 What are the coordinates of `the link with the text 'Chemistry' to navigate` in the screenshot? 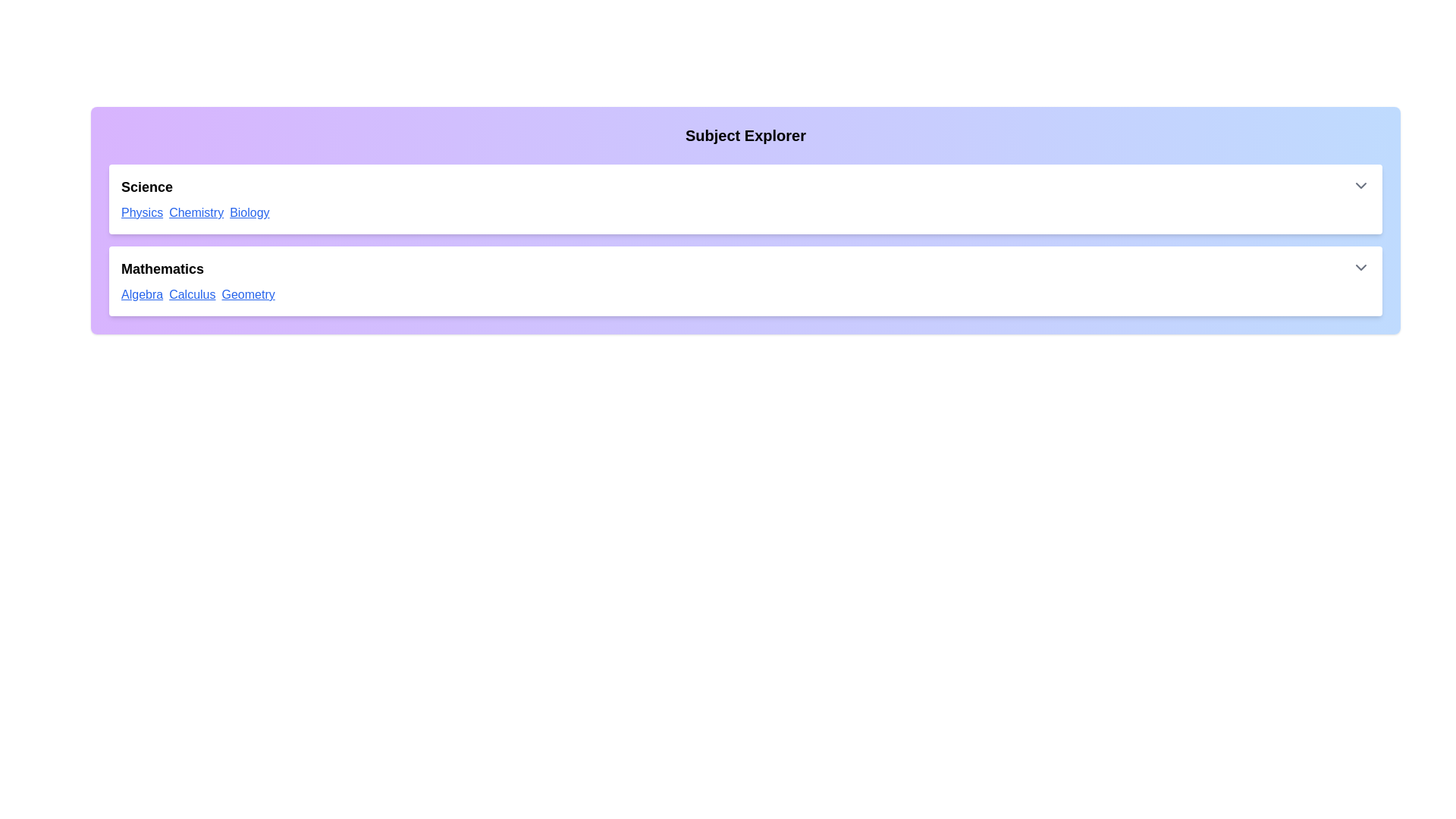 It's located at (196, 213).